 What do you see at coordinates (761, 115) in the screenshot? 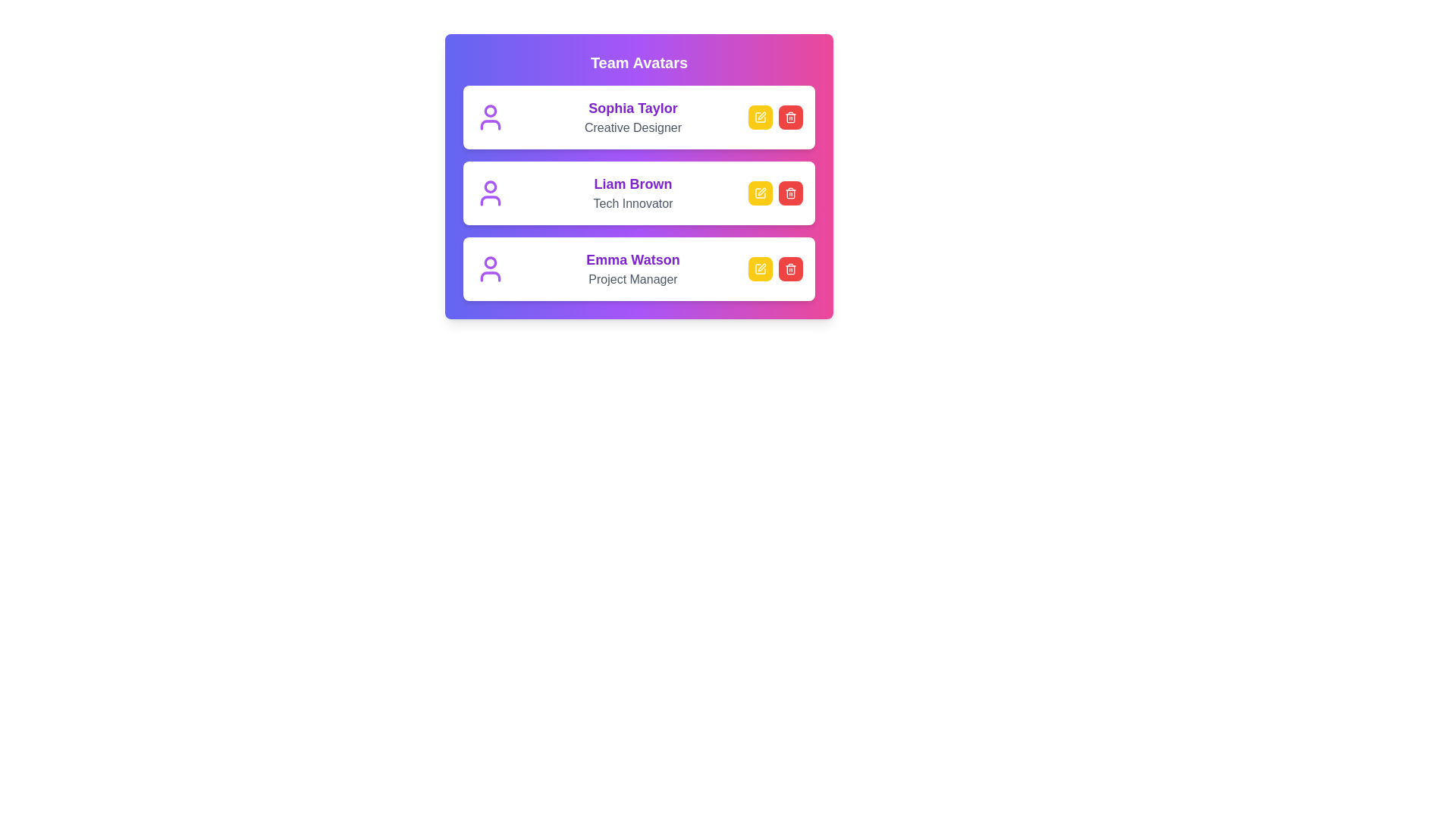
I see `the edit icon (pen) located next to the trash can icon for the individual 'Sophia Taylor' to initiate editing` at bounding box center [761, 115].